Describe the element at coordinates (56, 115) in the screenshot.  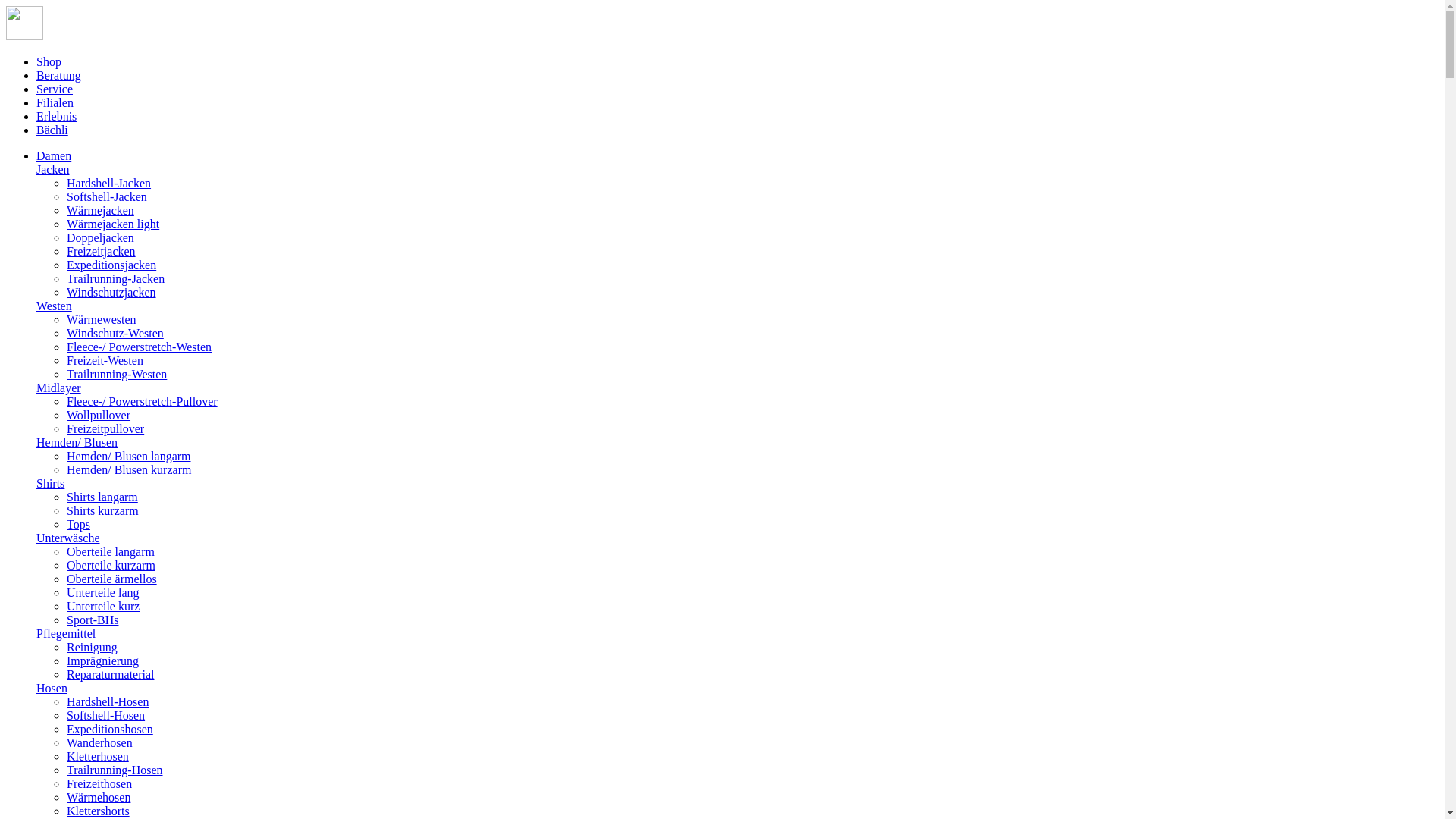
I see `'Erlebnis'` at that location.